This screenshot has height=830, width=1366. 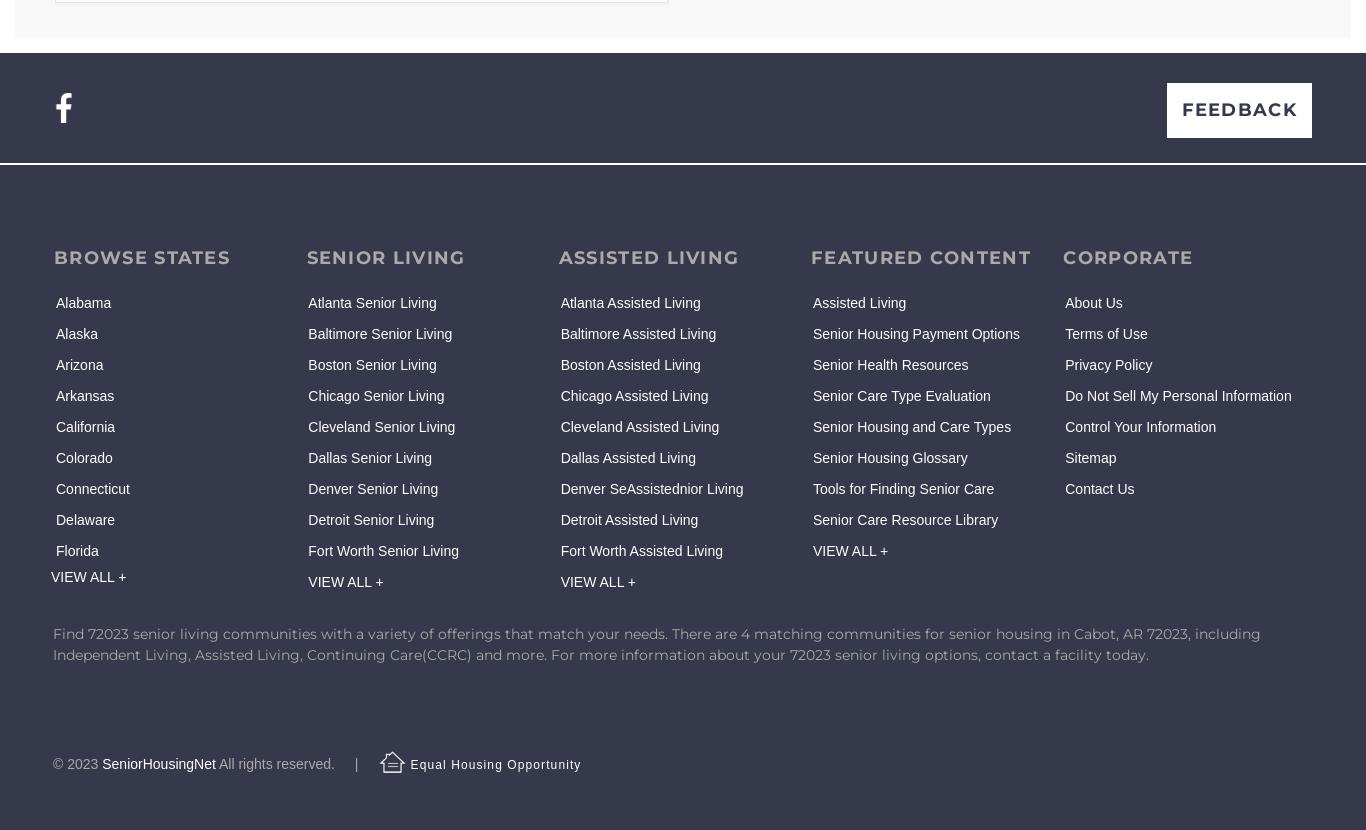 I want to click on 'Senior Housing Glossary', so click(x=888, y=456).